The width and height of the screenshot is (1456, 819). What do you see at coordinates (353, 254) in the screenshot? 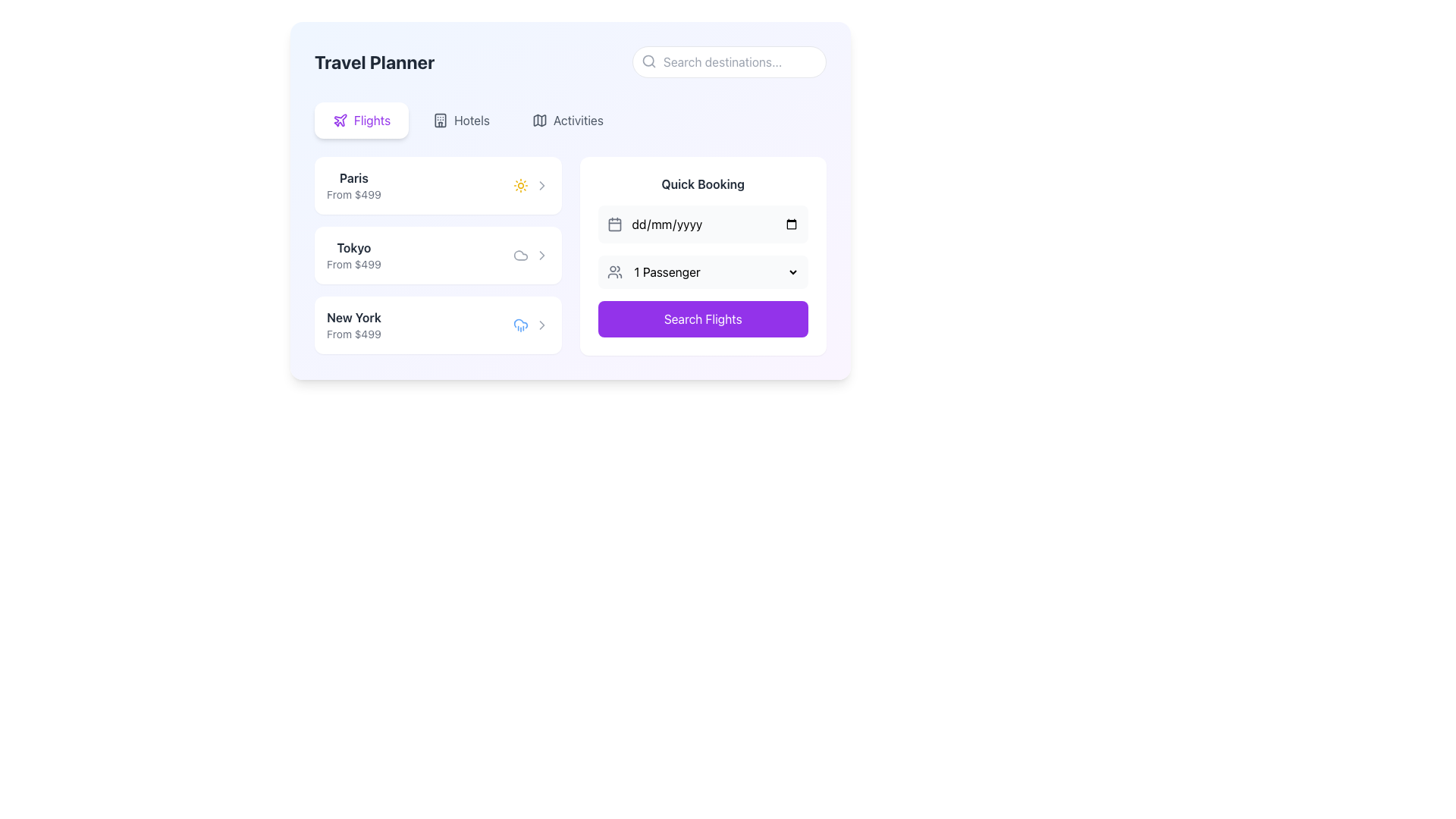
I see `flight destination and price information displayed in the second entry of the flight list under the 'Flights' tab, which is located between the entries for Paris and New York` at bounding box center [353, 254].